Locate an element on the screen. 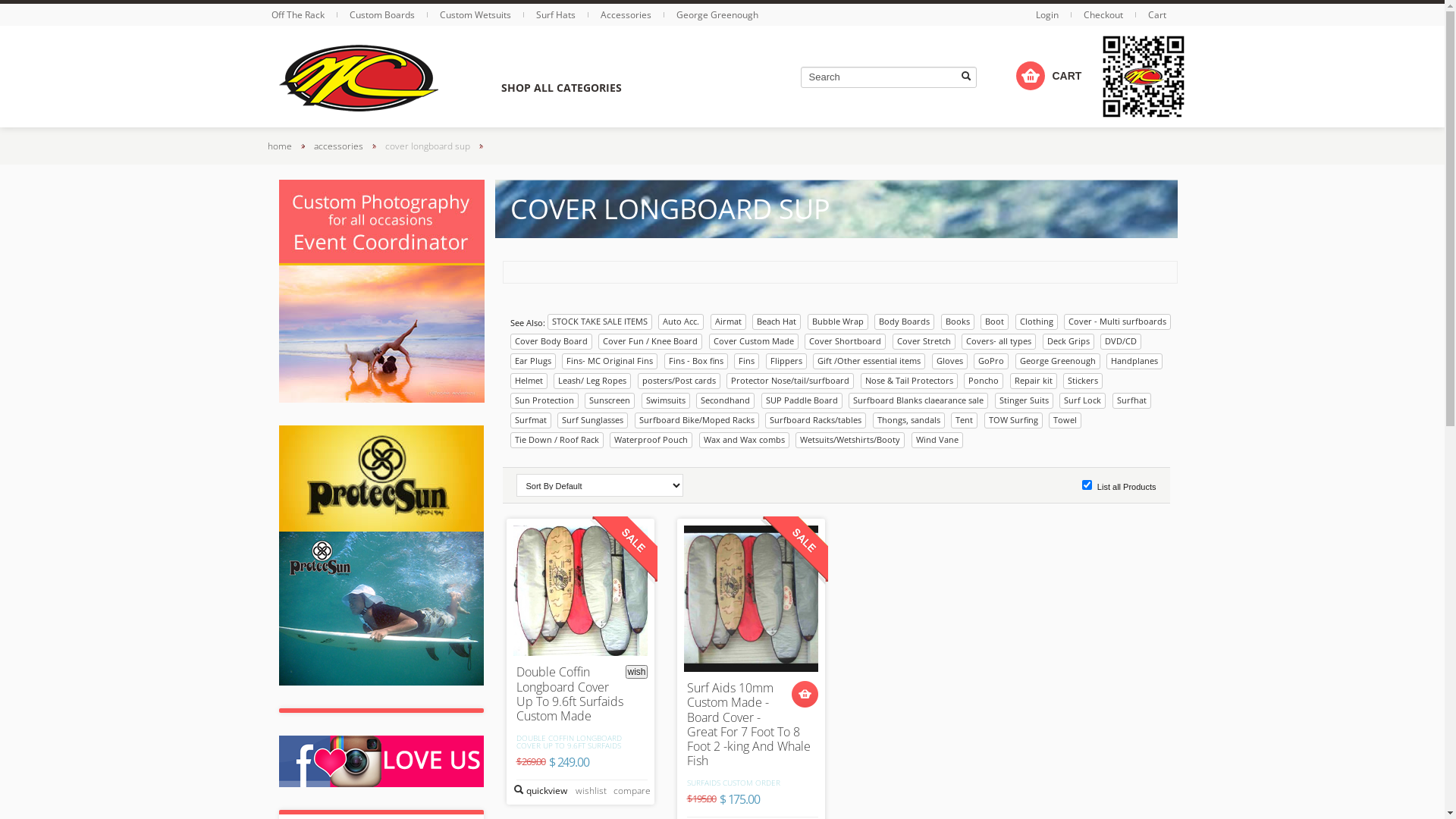 The image size is (1456, 819). 'Poncho' is located at coordinates (963, 380).